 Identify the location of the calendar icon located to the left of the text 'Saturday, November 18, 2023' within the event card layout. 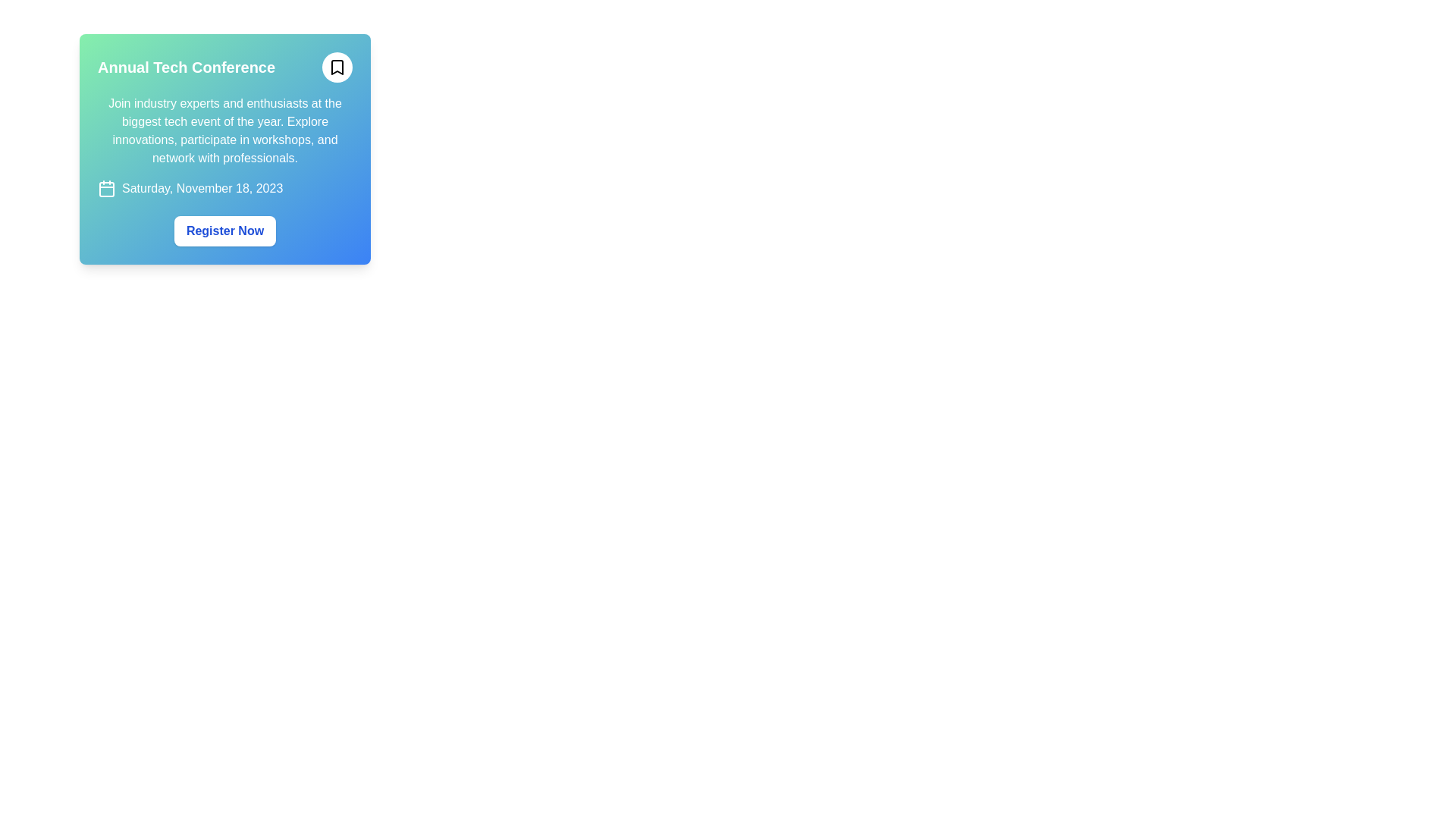
(105, 188).